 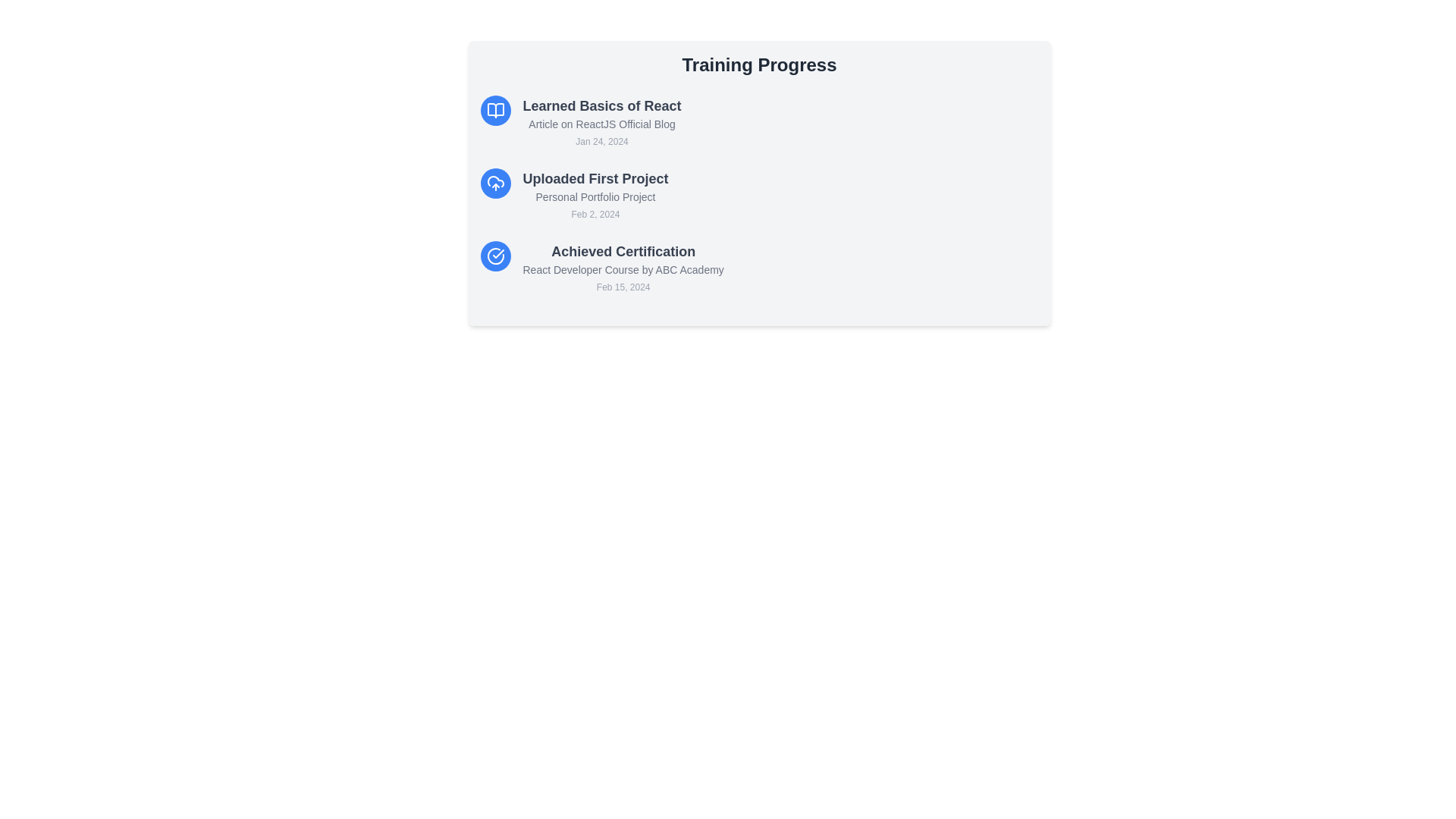 I want to click on the text element displaying 'Learned Basics of React', which is styled as a title in bold, dark gray font within the 'Training Progress' section, so click(x=601, y=105).